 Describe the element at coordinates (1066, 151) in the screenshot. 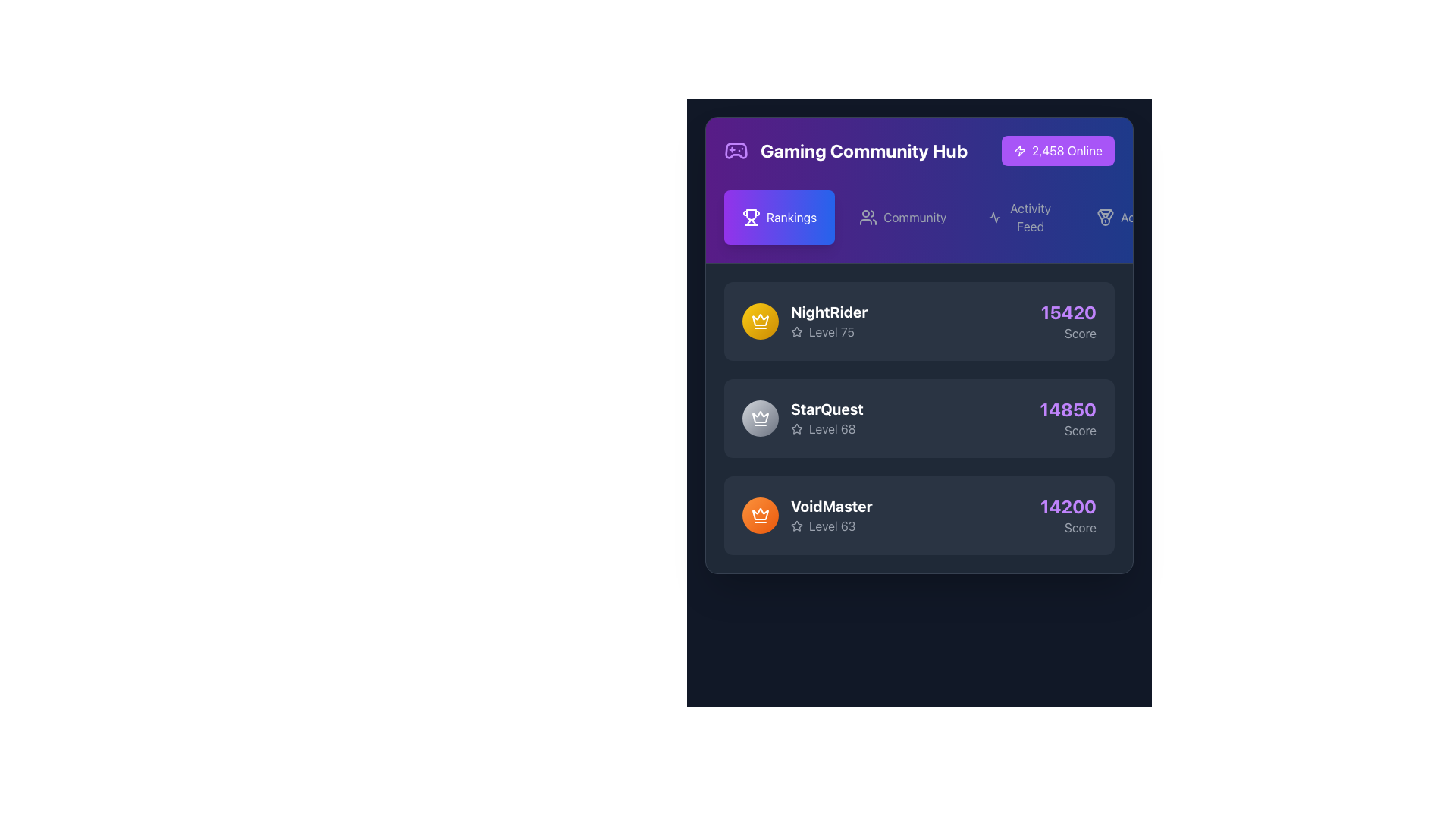

I see `the online users indicator label located in the upper-right corner of the interface, within a purple rectangular banner, adjacent to a lightning bolt icon` at that location.